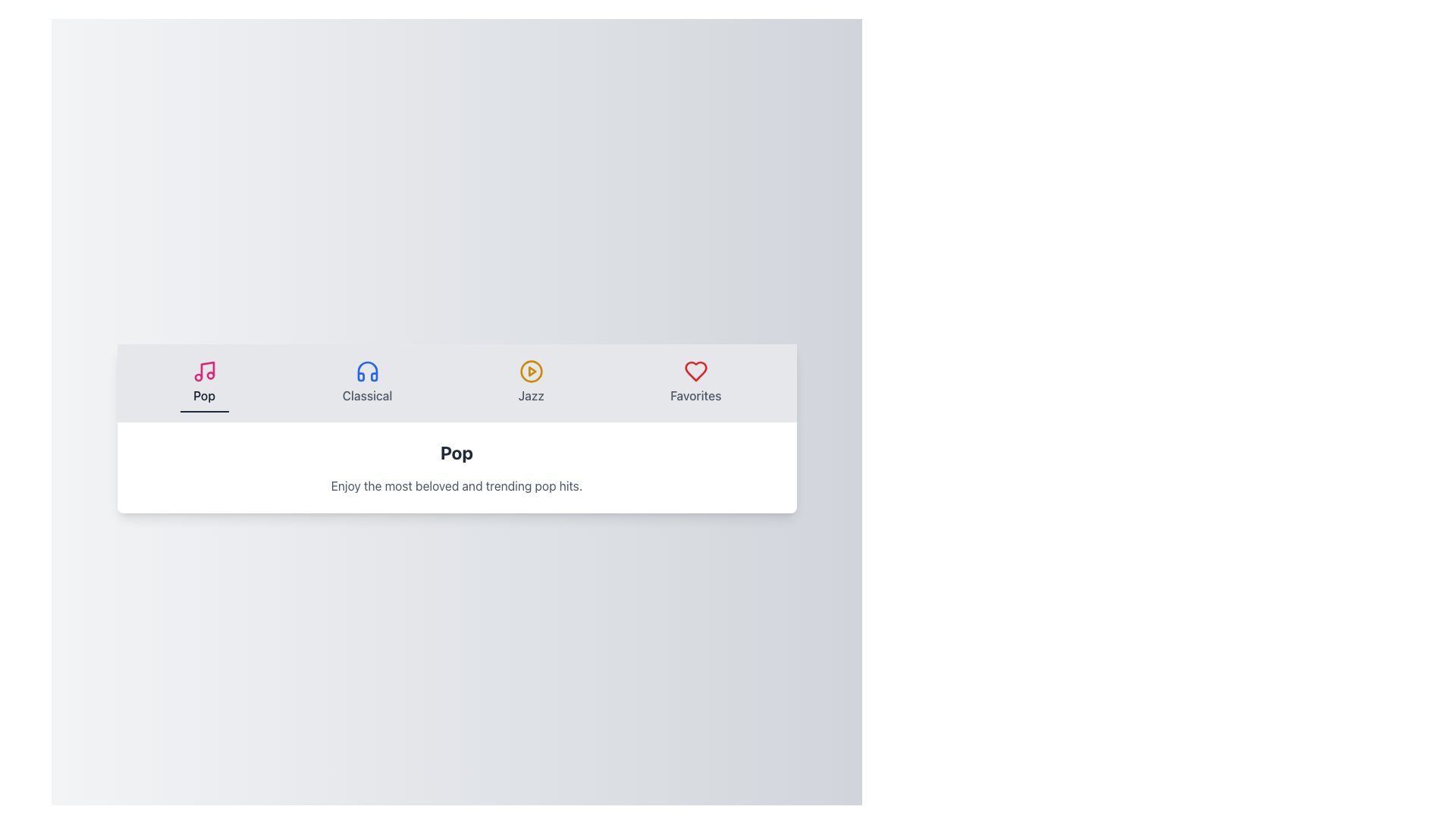 This screenshot has height=819, width=1456. I want to click on the 'Jazz' menu option button, which is the third option in the horizontal menu bar, featuring a yellow outlined circle icon with a play triangle above the 'Jazz' label, so click(531, 381).